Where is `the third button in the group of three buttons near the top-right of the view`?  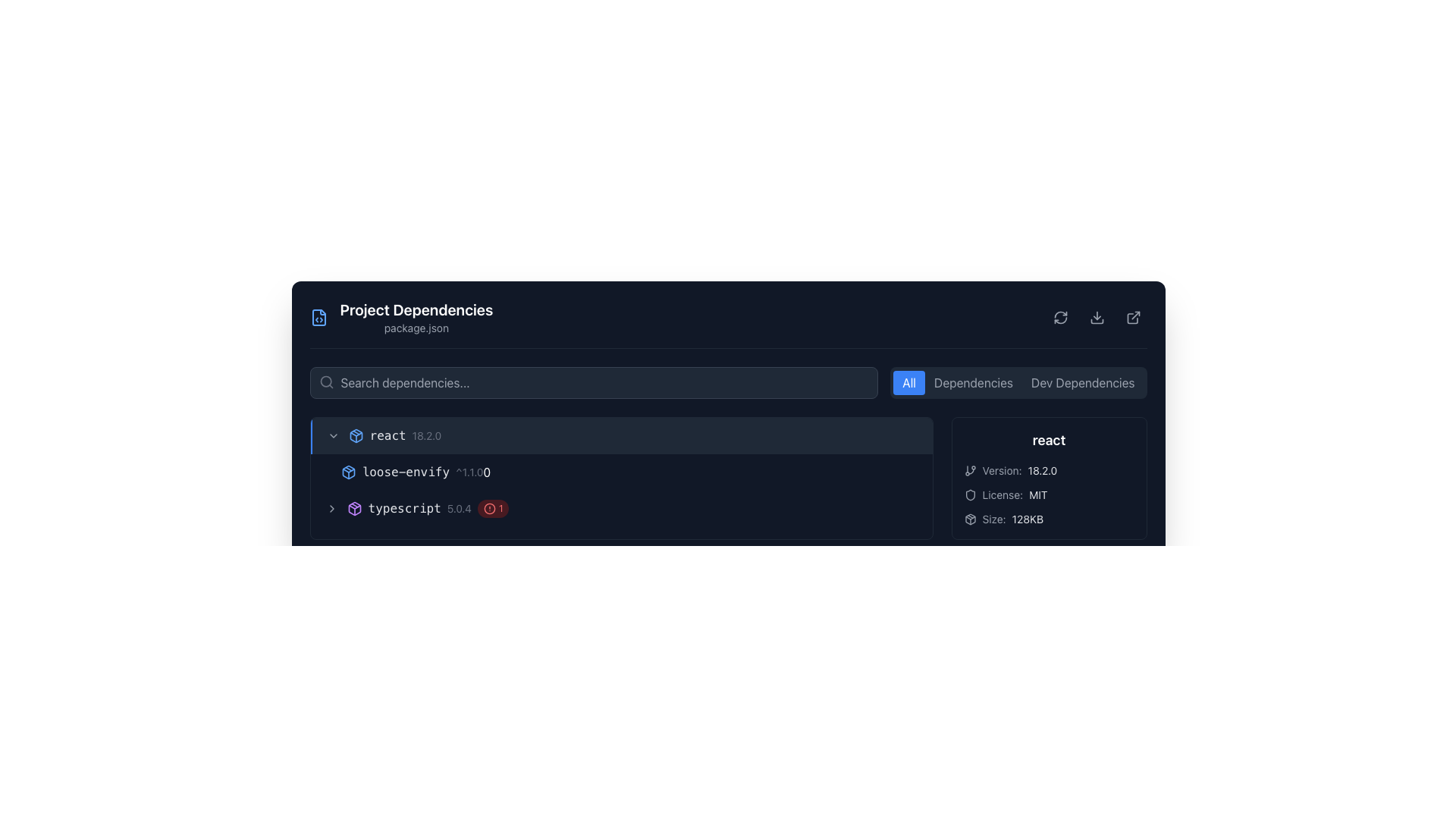 the third button in the group of three buttons near the top-right of the view is located at coordinates (1082, 382).